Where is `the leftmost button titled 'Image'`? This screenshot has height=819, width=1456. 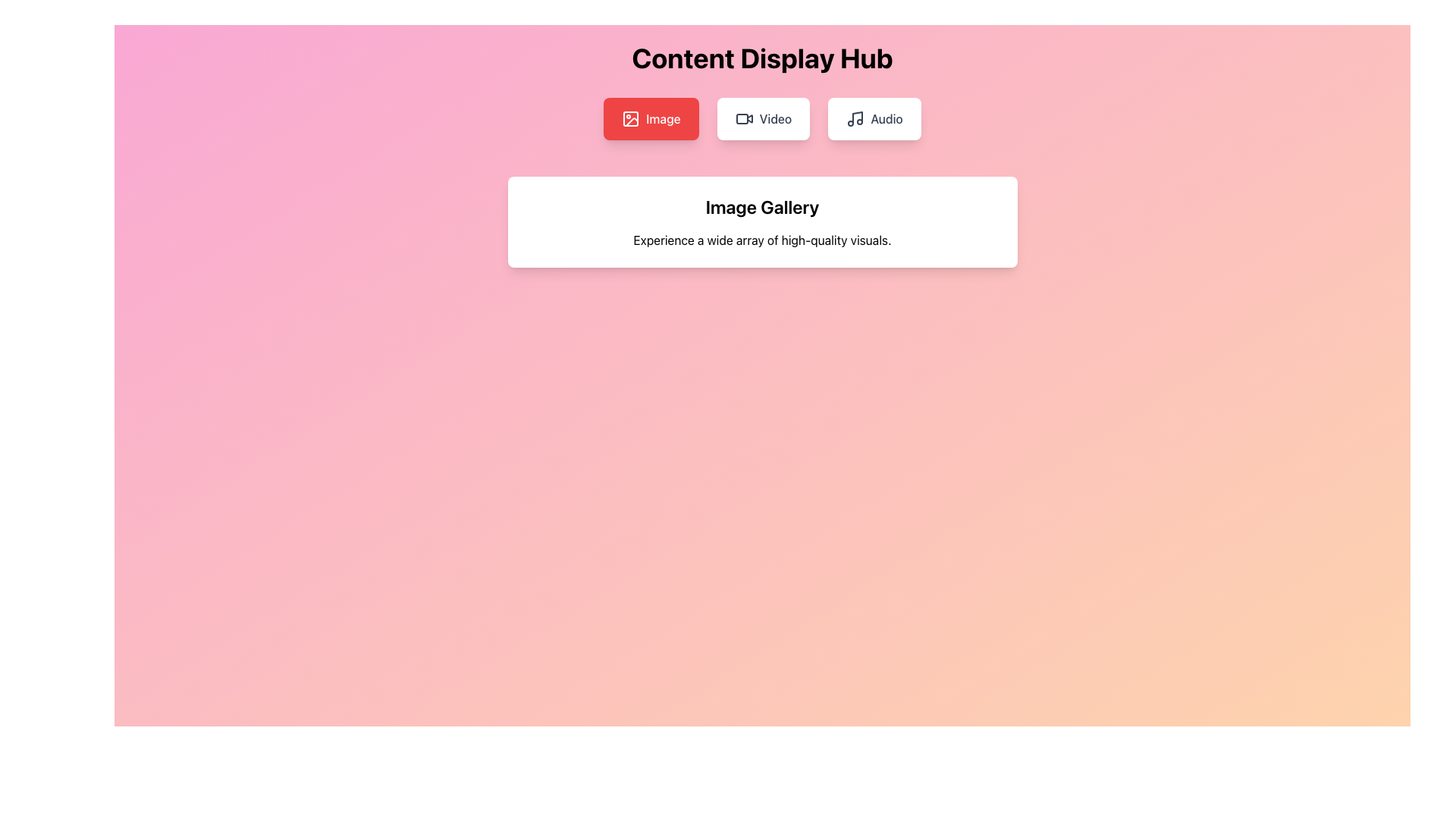 the leftmost button titled 'Image' is located at coordinates (651, 118).